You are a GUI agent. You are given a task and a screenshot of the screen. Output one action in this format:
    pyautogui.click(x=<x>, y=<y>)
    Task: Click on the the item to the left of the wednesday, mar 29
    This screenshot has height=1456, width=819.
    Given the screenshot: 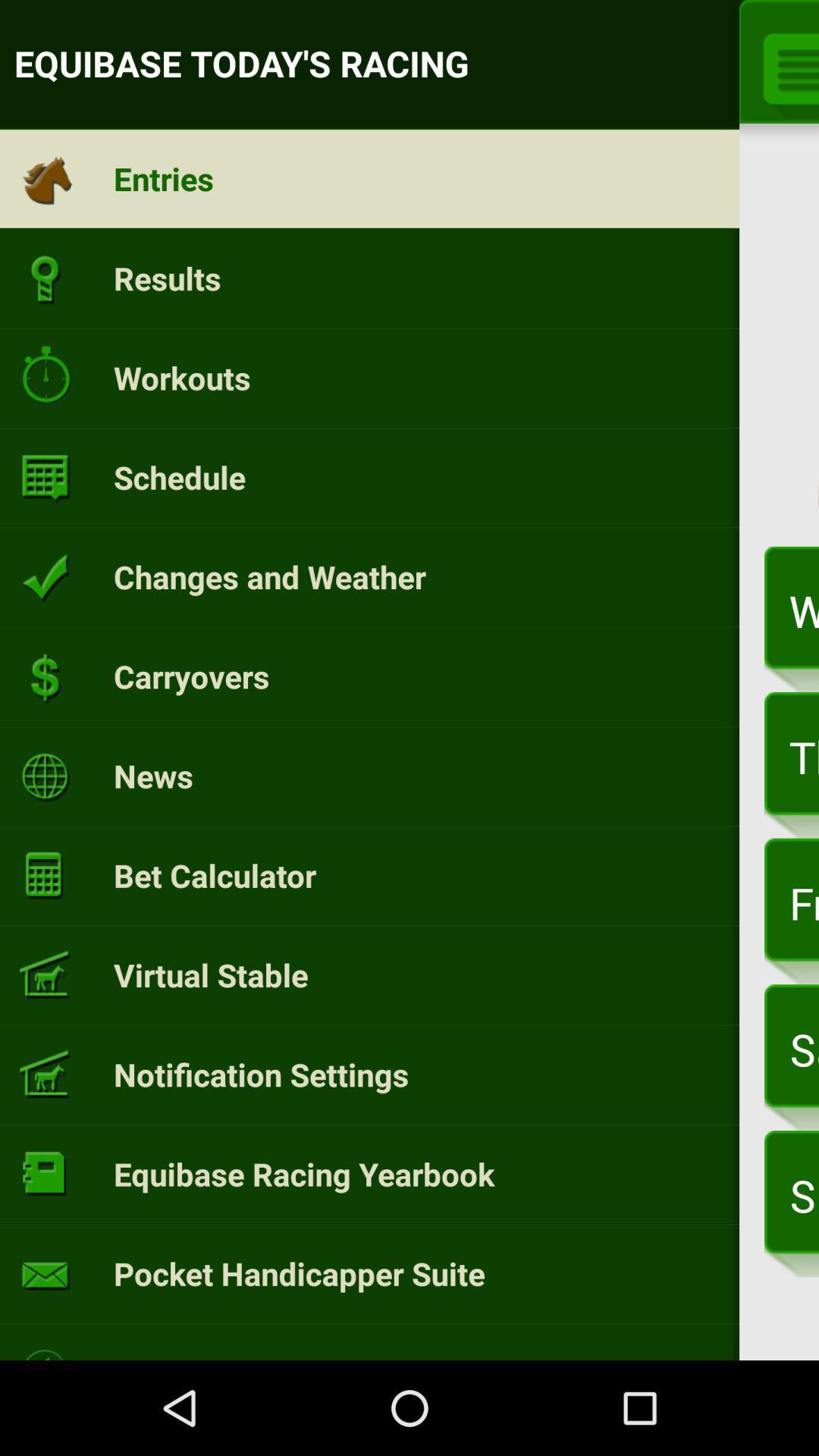 What is the action you would take?
    pyautogui.click(x=268, y=576)
    